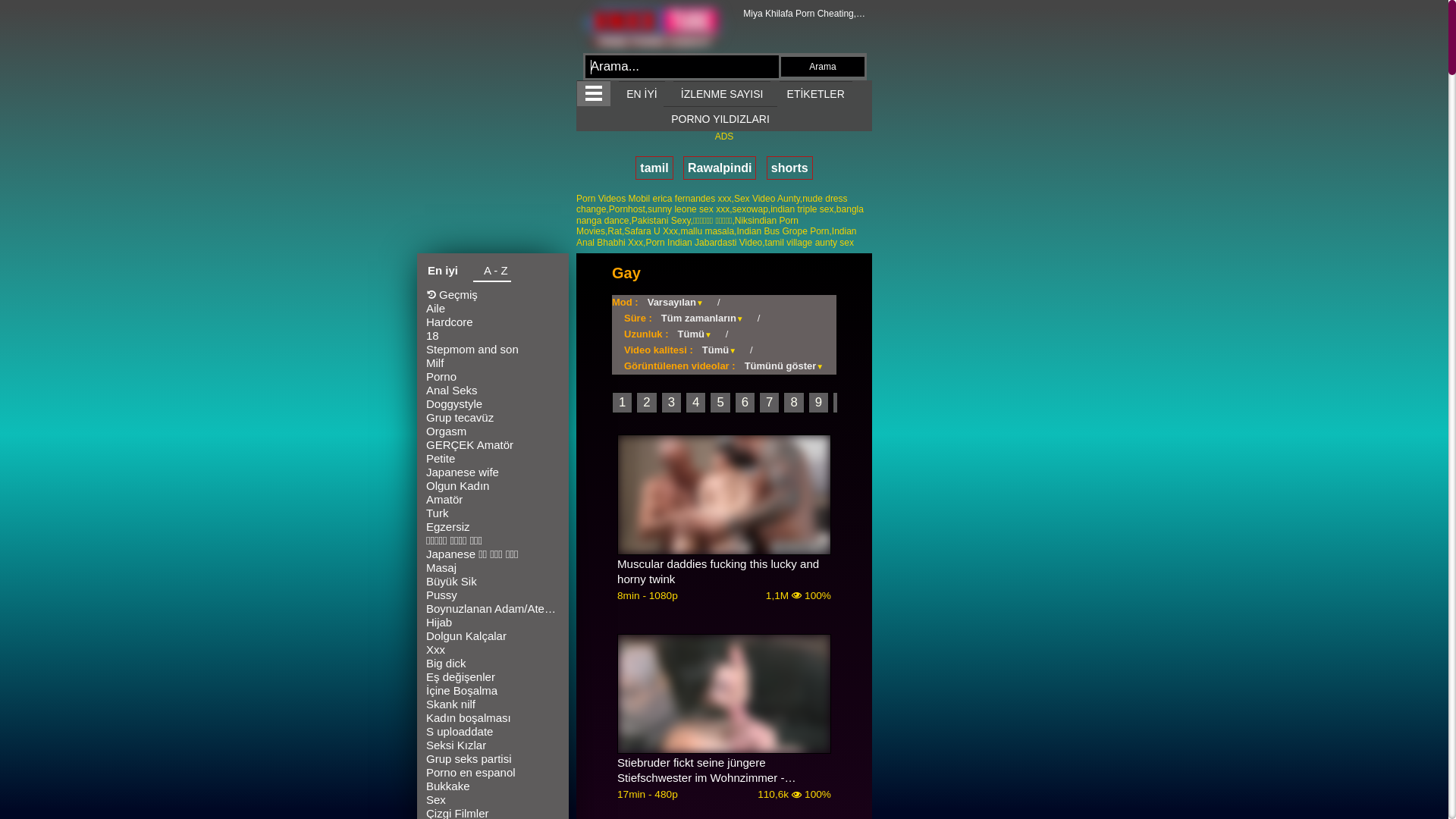 The image size is (1456, 819). I want to click on '4', so click(695, 402).